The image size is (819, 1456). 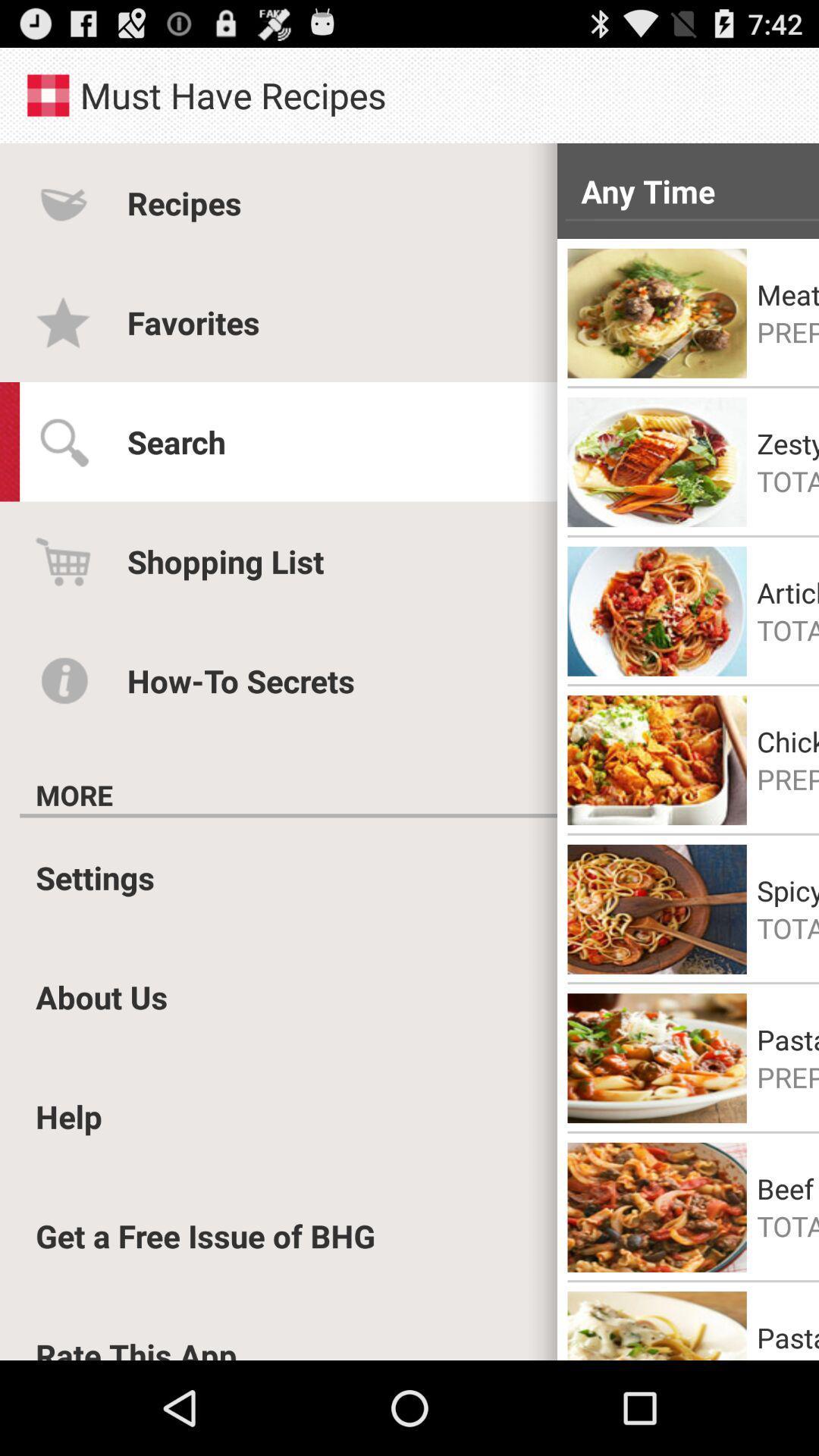 What do you see at coordinates (74, 794) in the screenshot?
I see `more` at bounding box center [74, 794].